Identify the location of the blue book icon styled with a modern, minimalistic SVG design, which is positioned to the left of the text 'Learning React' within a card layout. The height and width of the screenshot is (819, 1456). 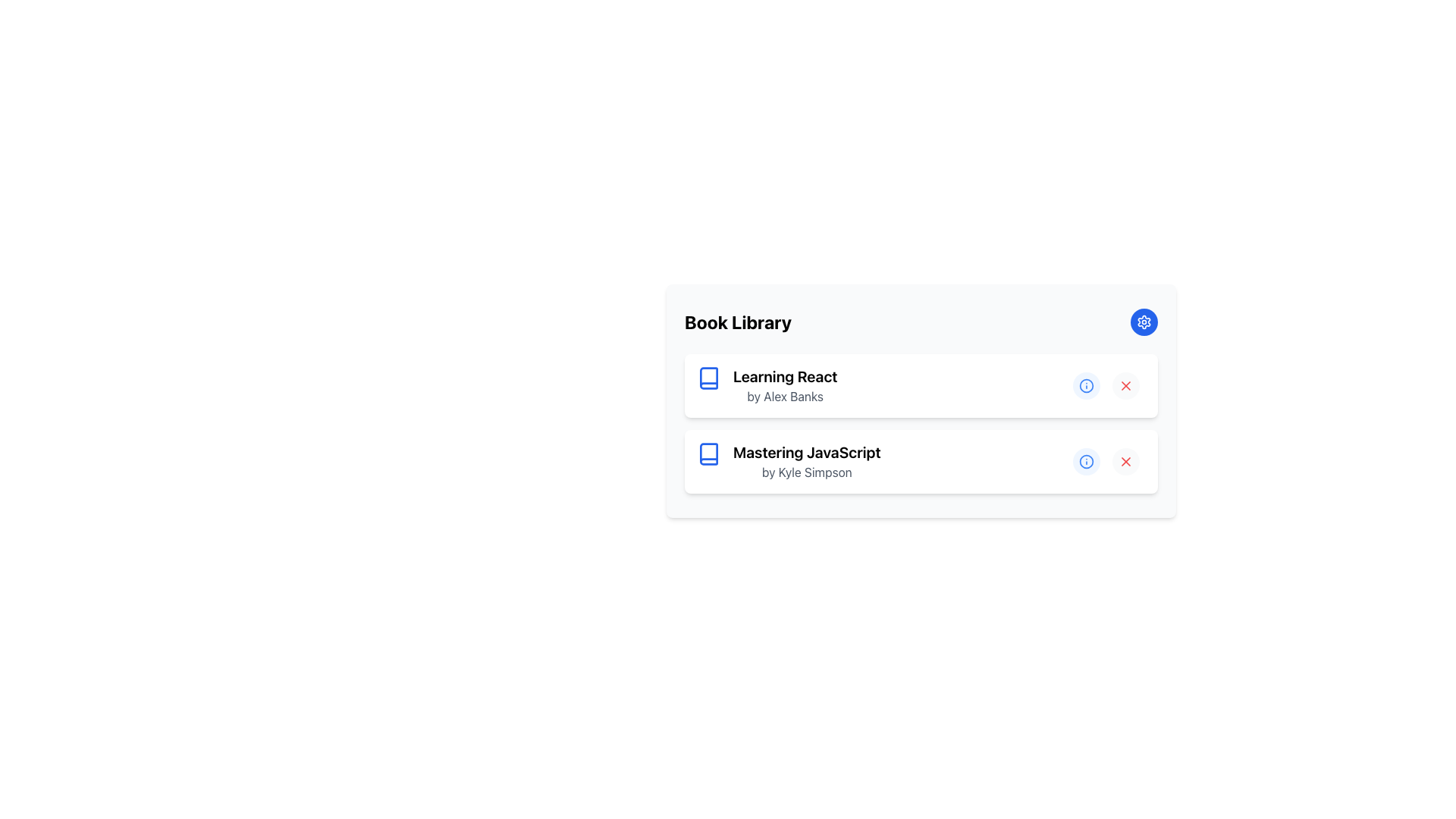
(708, 377).